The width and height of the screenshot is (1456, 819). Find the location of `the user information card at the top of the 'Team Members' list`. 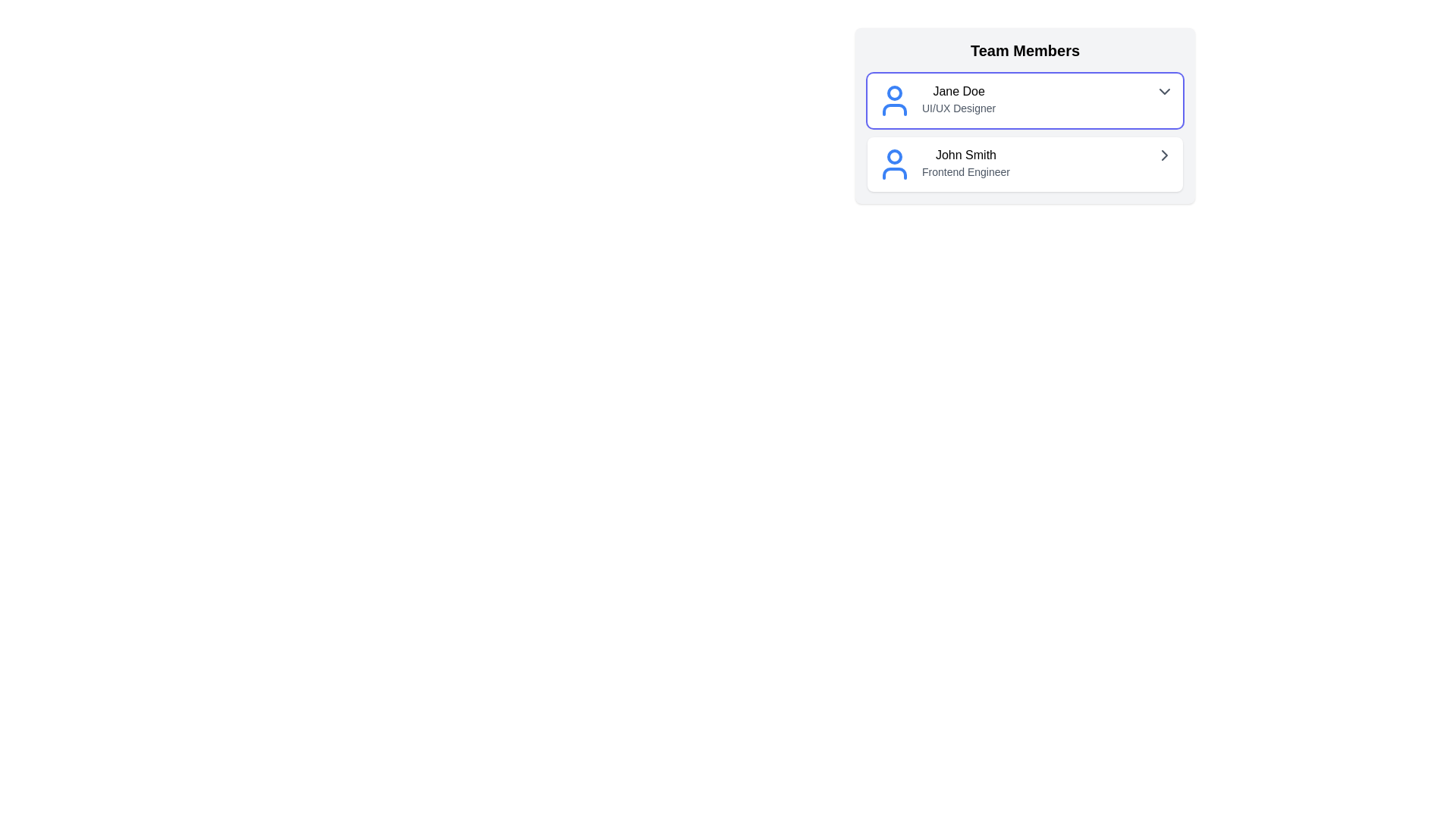

the user information card at the top of the 'Team Members' list is located at coordinates (1025, 100).